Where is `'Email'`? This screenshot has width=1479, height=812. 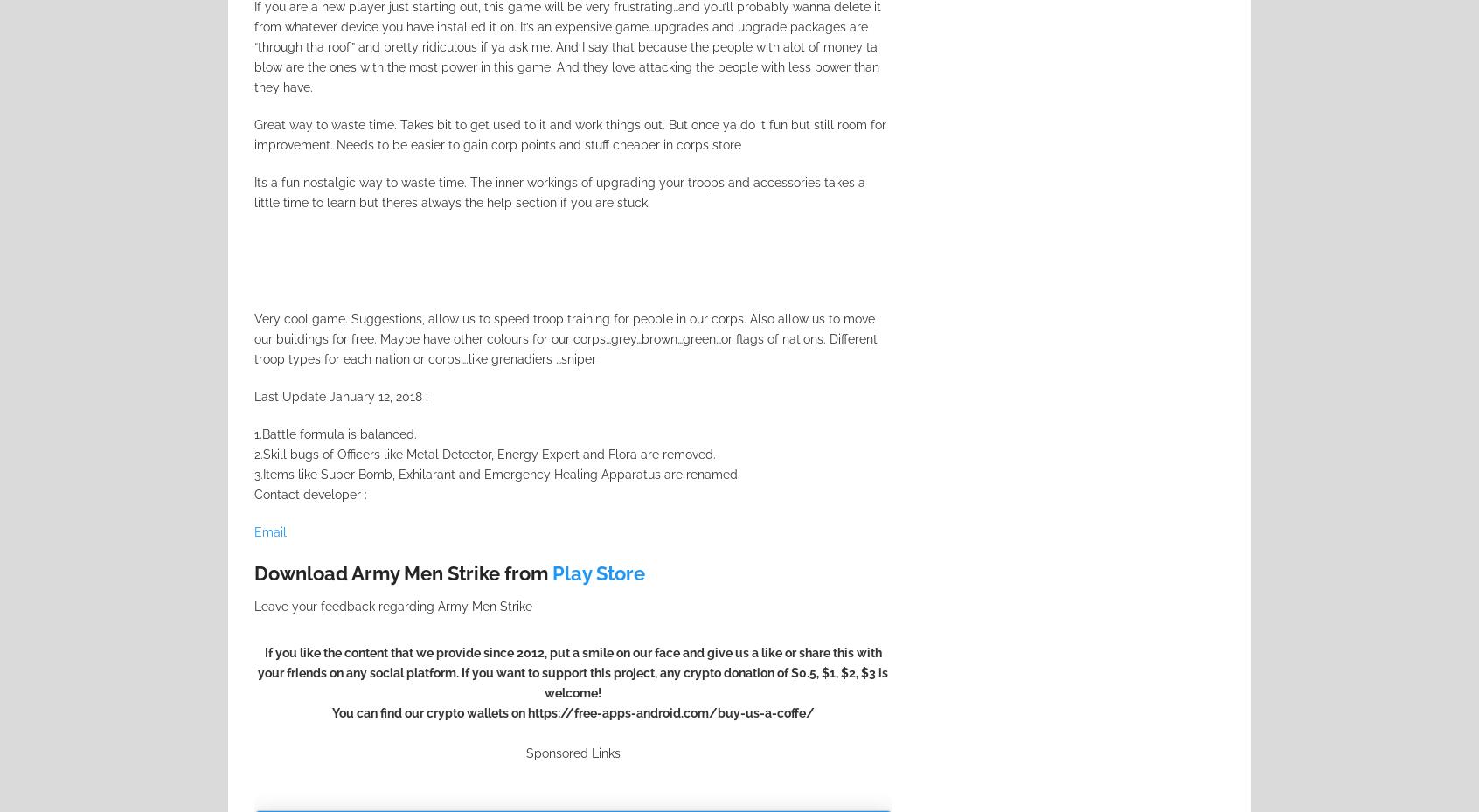 'Email' is located at coordinates (269, 531).